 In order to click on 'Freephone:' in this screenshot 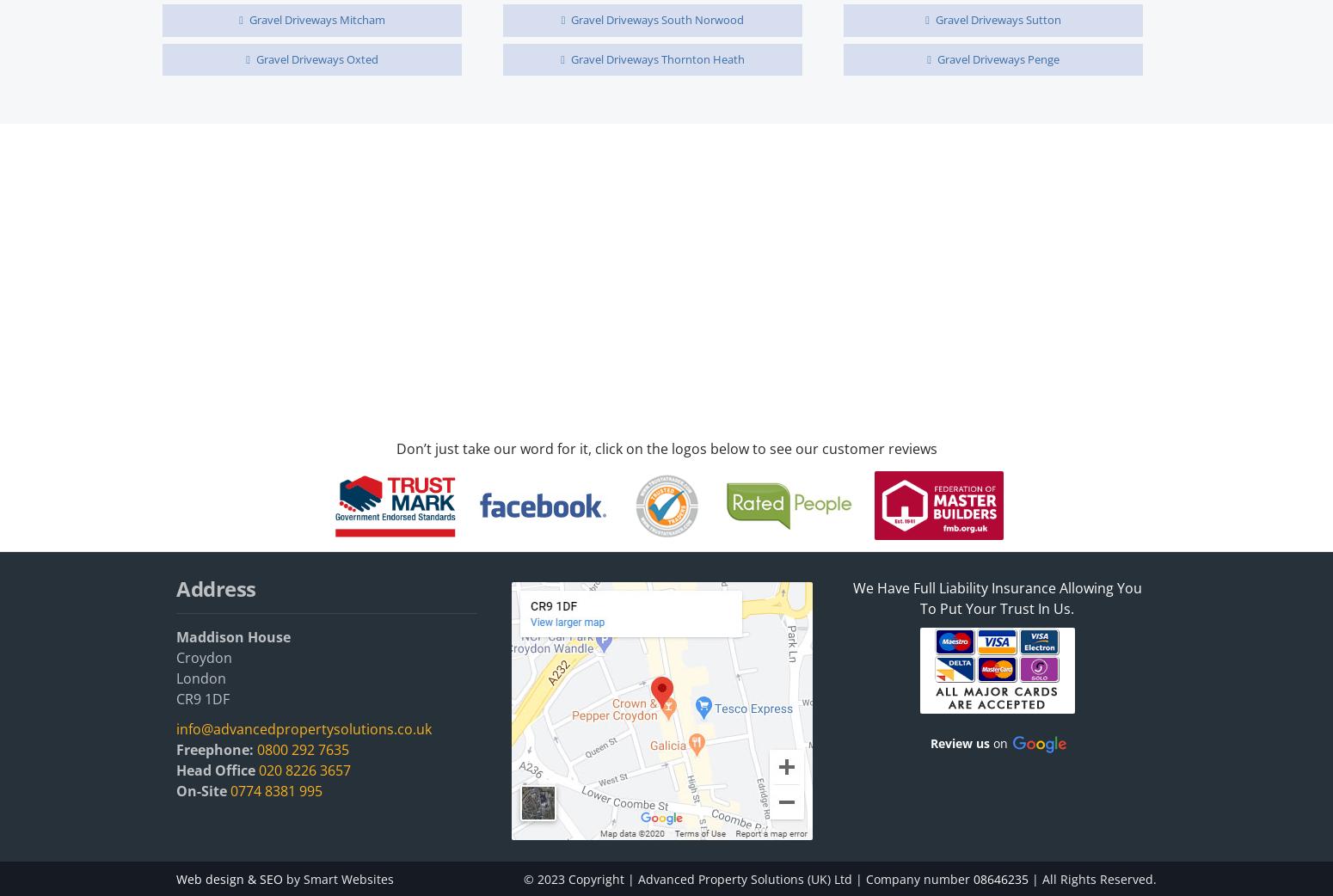, I will do `click(215, 748)`.